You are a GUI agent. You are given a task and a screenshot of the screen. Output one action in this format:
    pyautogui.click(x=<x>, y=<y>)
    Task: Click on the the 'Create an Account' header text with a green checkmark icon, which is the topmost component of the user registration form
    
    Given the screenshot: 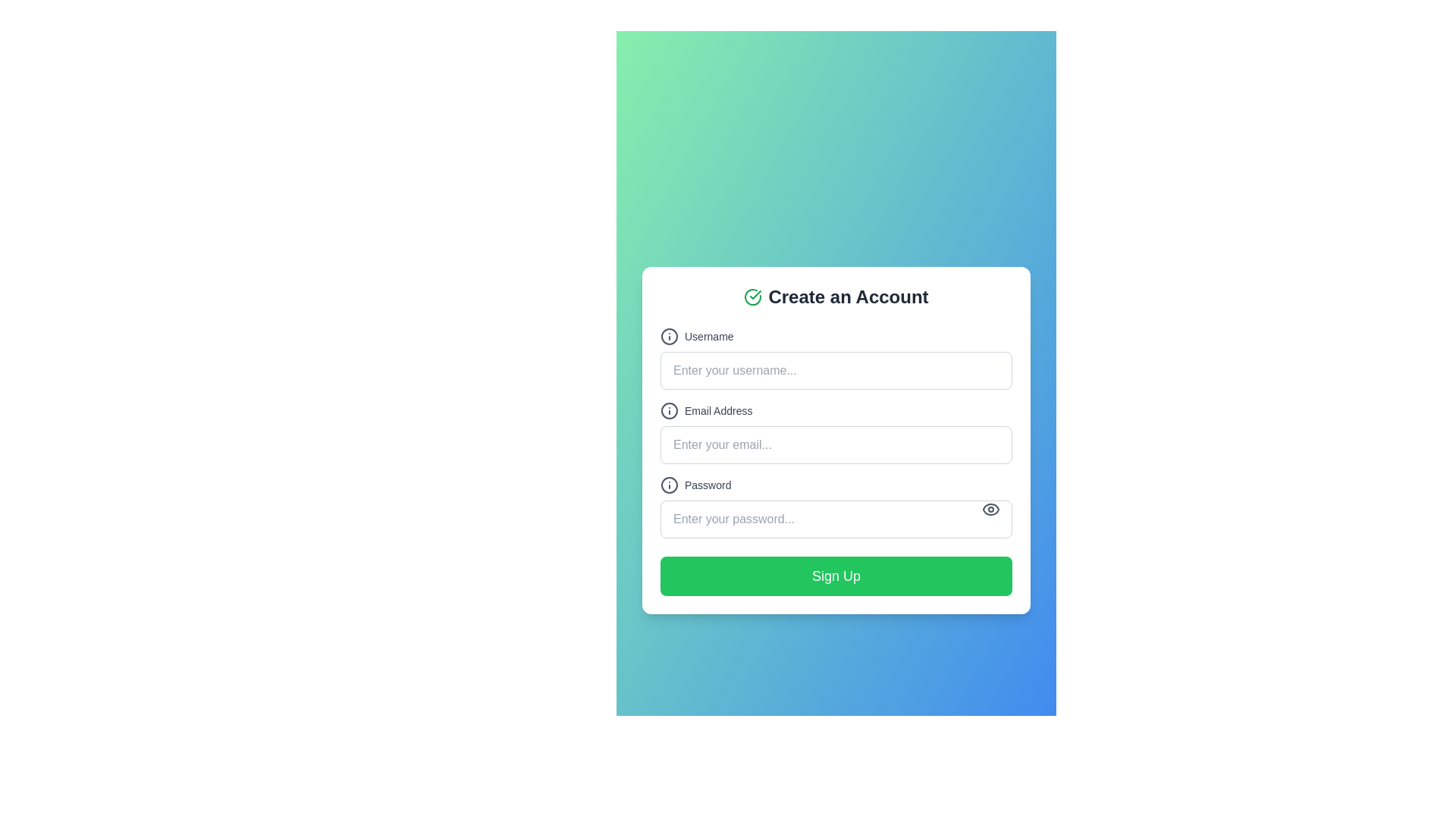 What is the action you would take?
    pyautogui.click(x=836, y=297)
    